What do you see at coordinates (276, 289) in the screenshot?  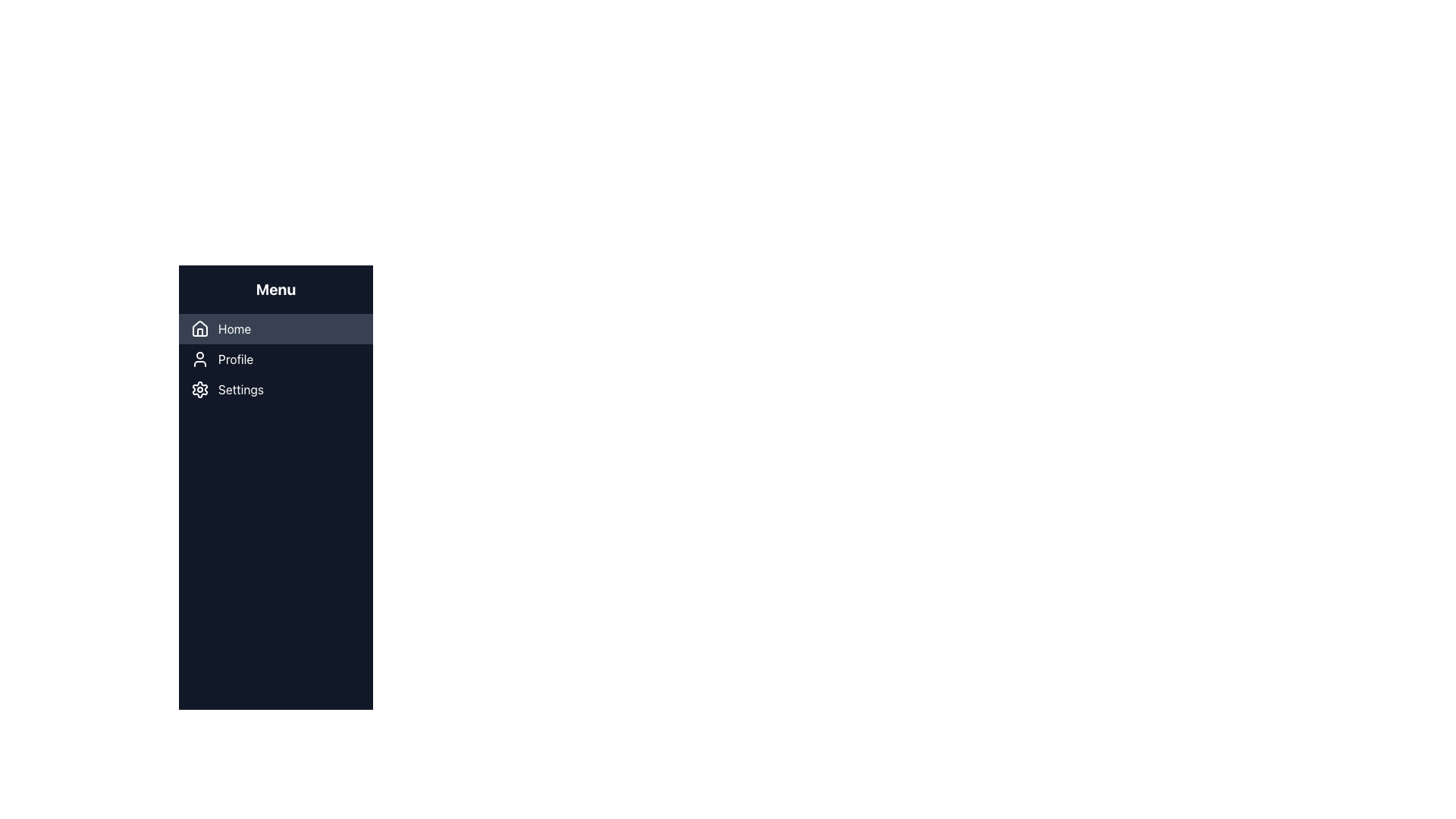 I see `the Static Text element that serves as the header for the menu sidebar, located directly above the options 'Home', 'Profile', and 'Settings'` at bounding box center [276, 289].